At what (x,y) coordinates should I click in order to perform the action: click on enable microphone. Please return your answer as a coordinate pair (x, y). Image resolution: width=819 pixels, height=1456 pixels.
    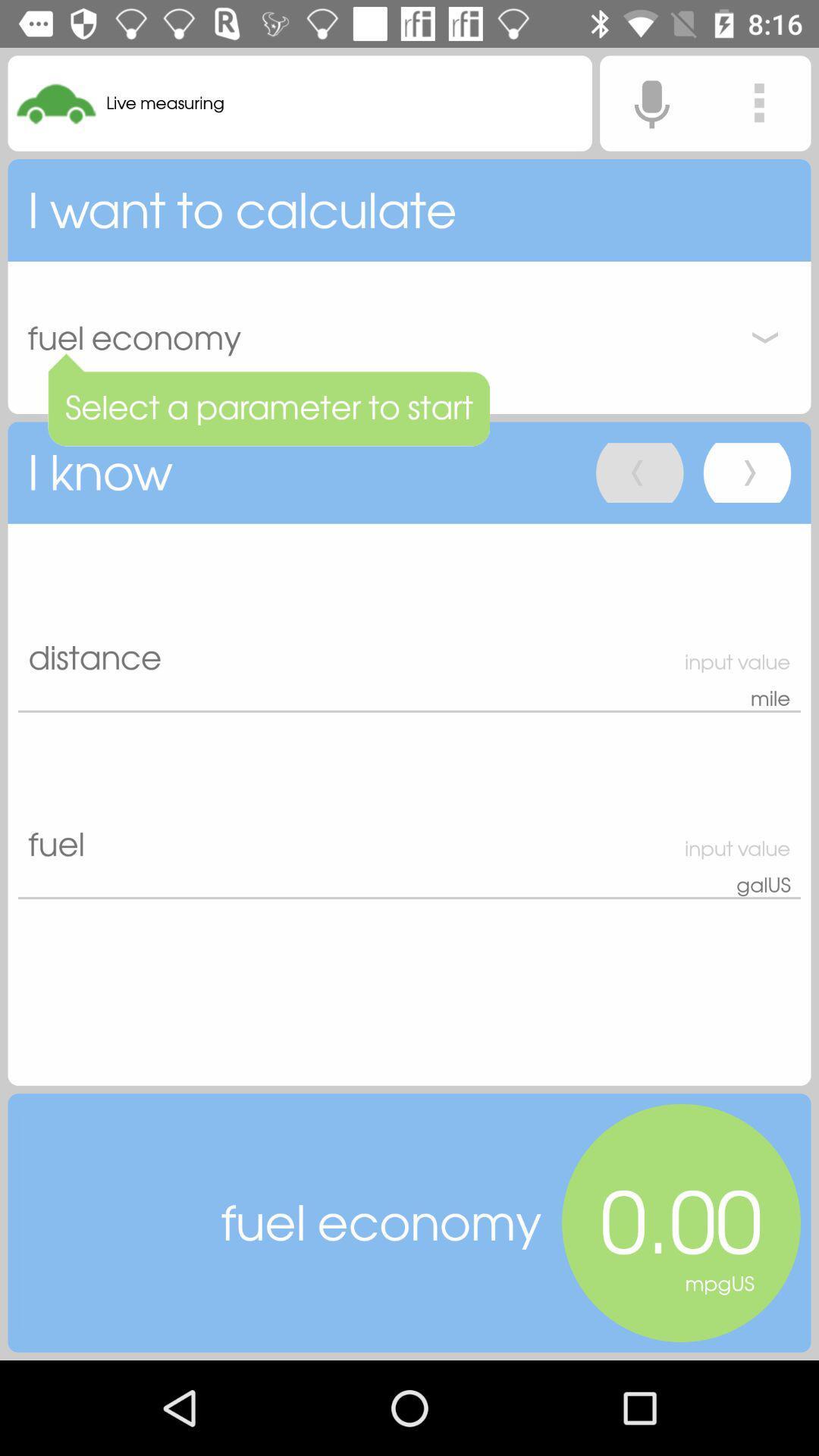
    Looking at the image, I should click on (651, 102).